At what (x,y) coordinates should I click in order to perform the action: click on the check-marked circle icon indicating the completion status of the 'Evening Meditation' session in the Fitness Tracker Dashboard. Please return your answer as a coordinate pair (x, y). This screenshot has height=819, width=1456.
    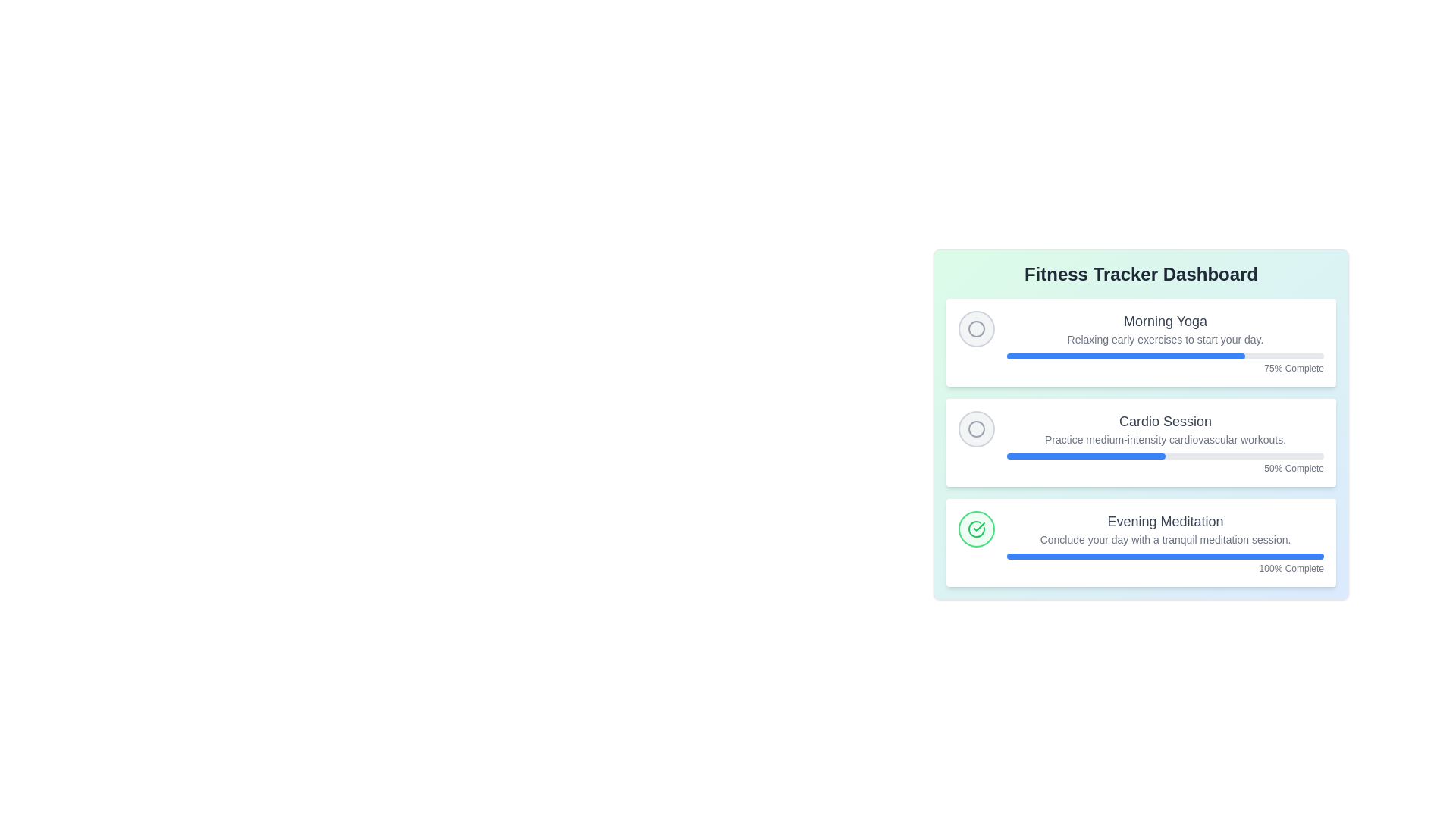
    Looking at the image, I should click on (976, 529).